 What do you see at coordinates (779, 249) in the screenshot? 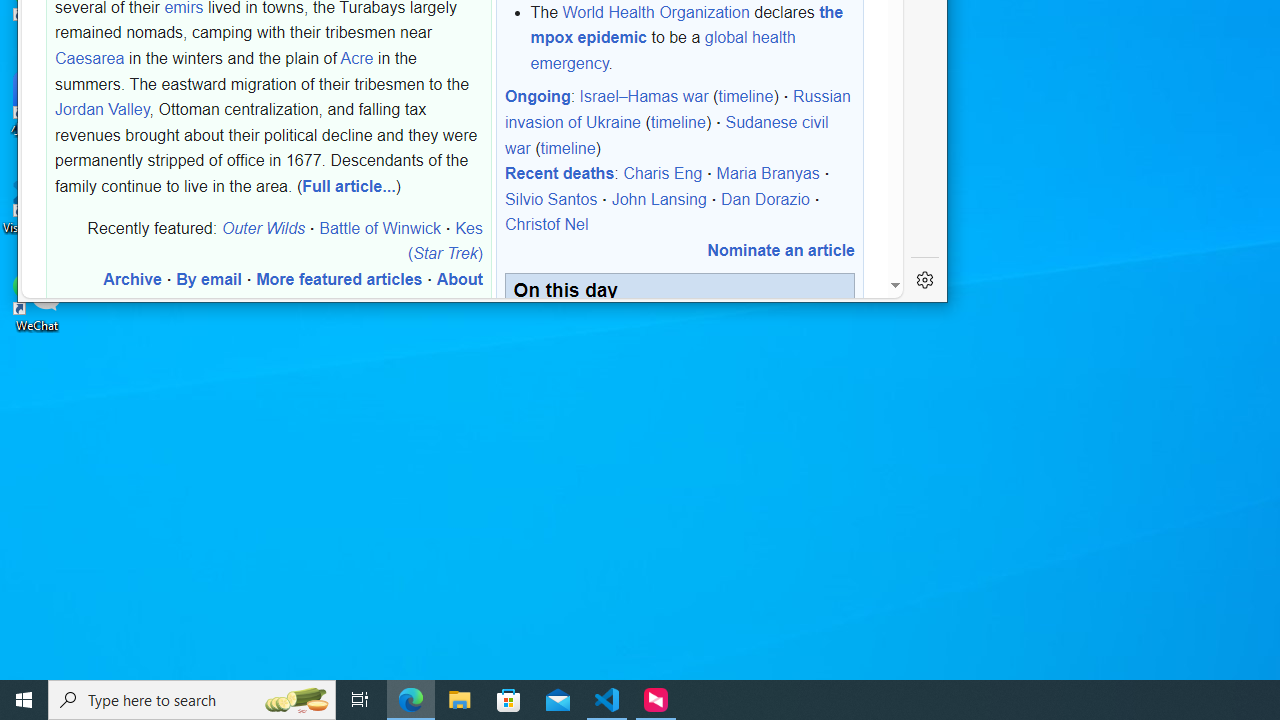
I see `'Nominate an article'` at bounding box center [779, 249].